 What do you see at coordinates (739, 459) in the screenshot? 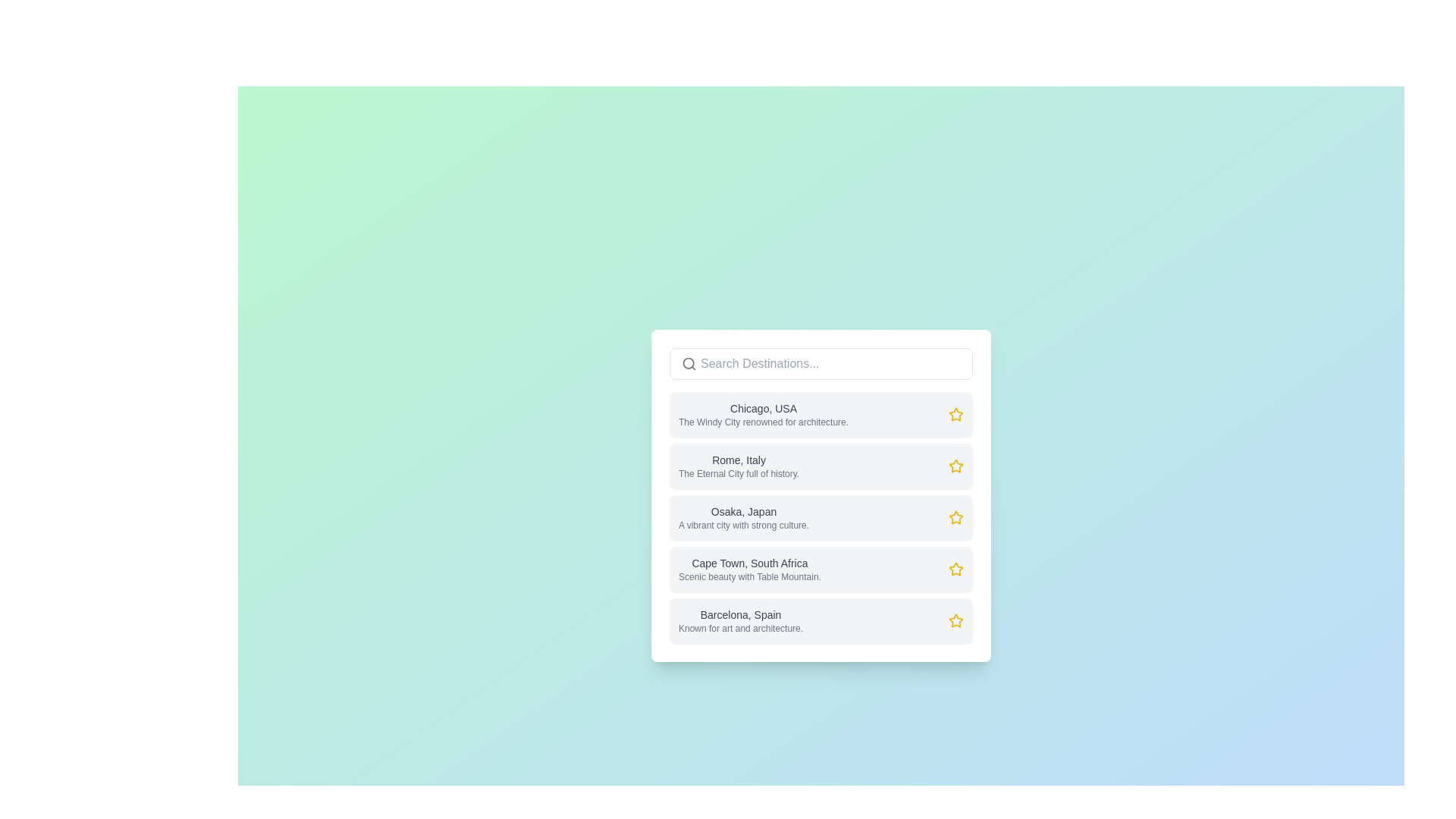
I see `text content of the destination title label located beneath 'Chicago, USA' and above 'Osaka, Japan' in the destination list` at bounding box center [739, 459].